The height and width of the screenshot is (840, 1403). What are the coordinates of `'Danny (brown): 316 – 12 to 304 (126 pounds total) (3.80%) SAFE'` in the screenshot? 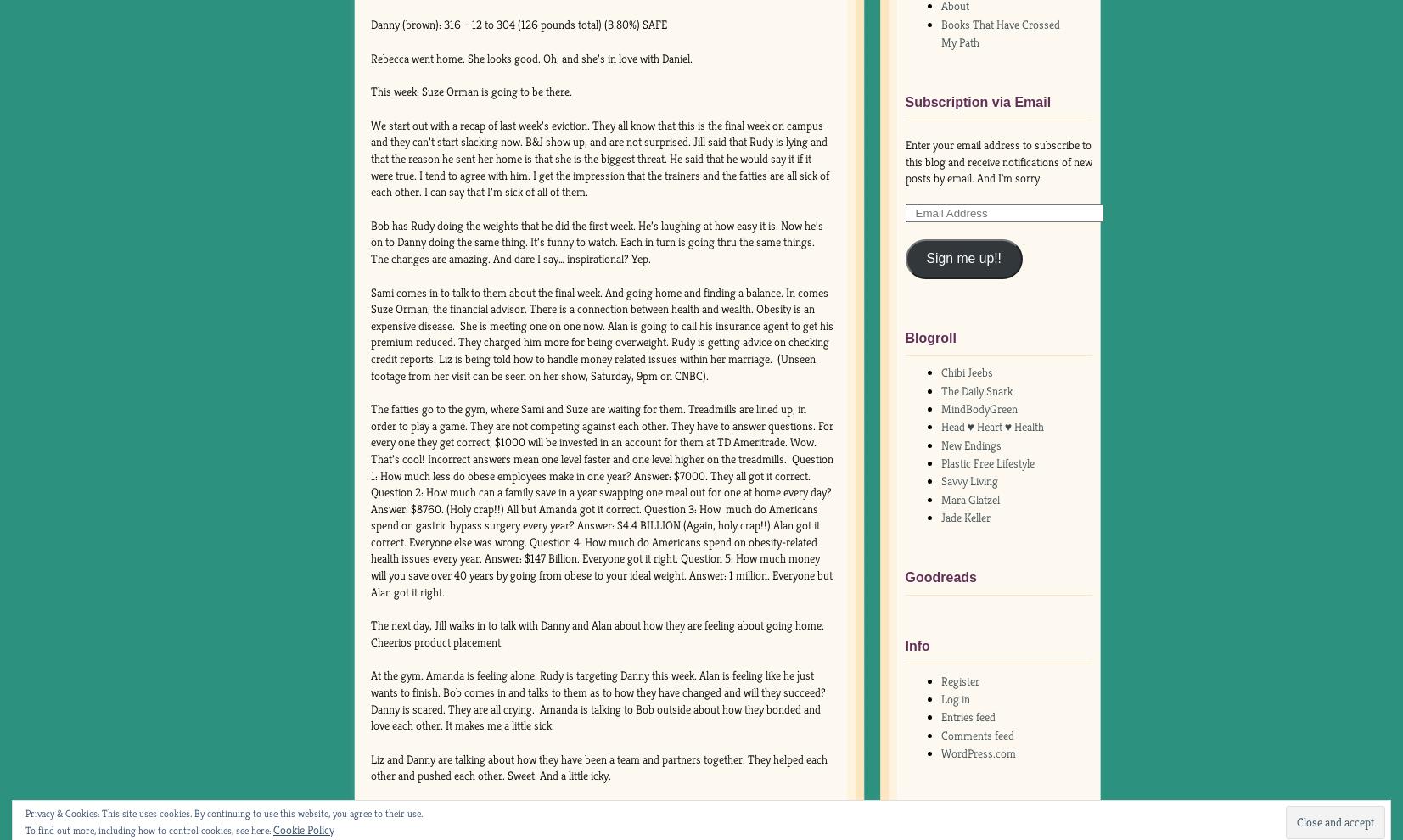 It's located at (517, 24).